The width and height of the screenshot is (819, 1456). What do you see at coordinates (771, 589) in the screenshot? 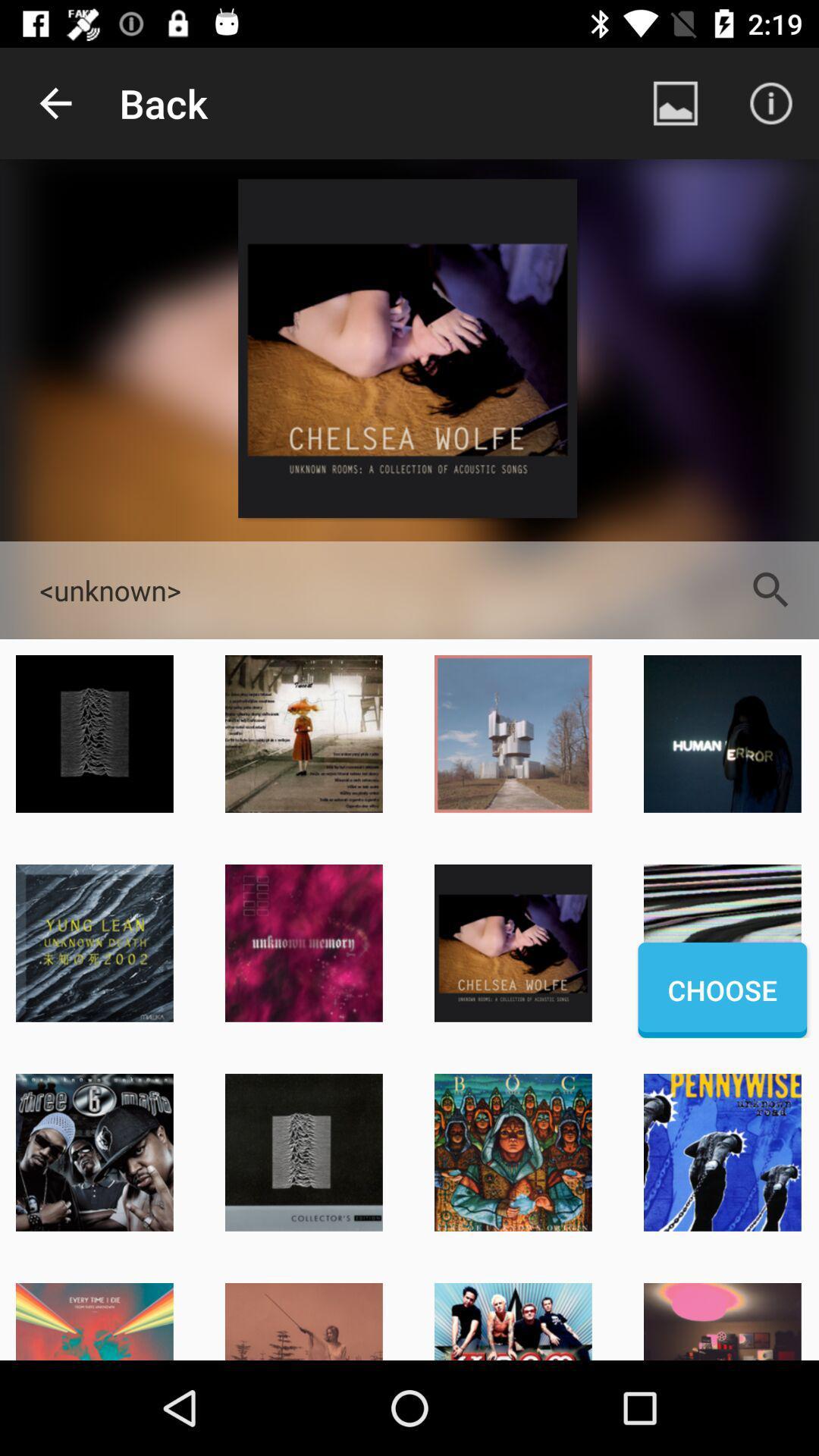
I see `the item next to <unknown>` at bounding box center [771, 589].